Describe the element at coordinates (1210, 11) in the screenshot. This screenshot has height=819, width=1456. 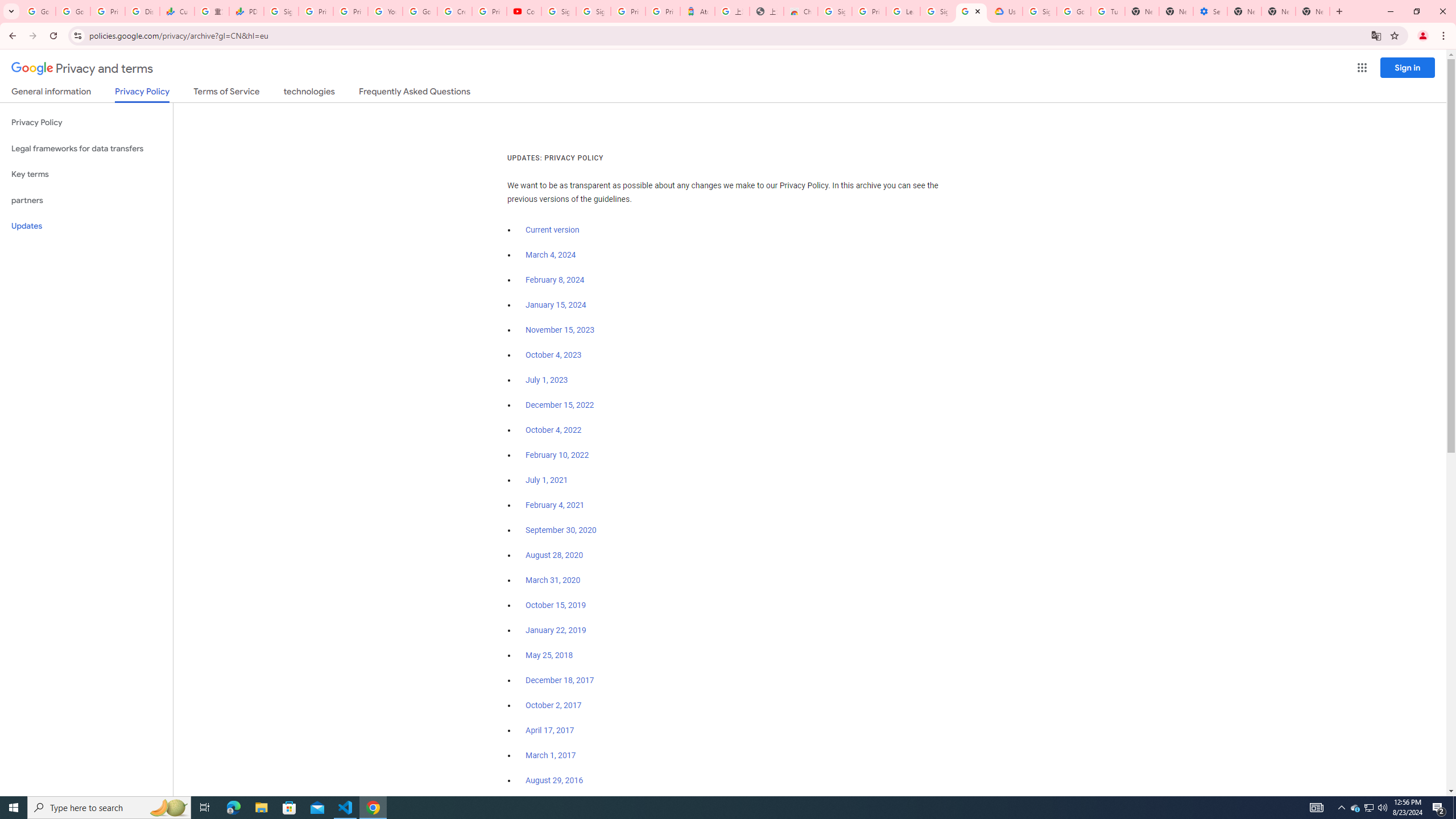
I see `'Settings - Addresses and more'` at that location.